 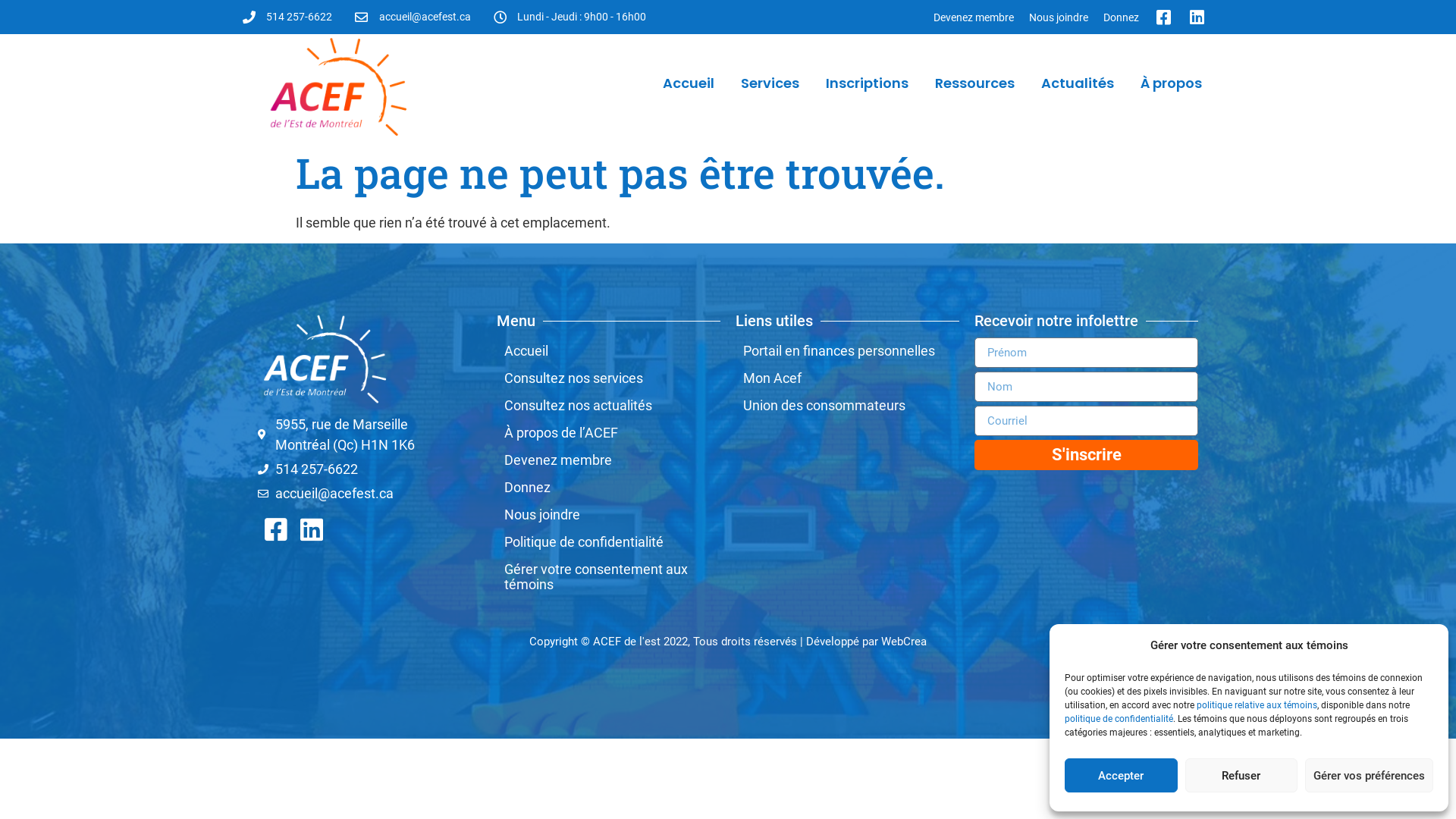 What do you see at coordinates (412, 17) in the screenshot?
I see `'accueil@acefest.ca'` at bounding box center [412, 17].